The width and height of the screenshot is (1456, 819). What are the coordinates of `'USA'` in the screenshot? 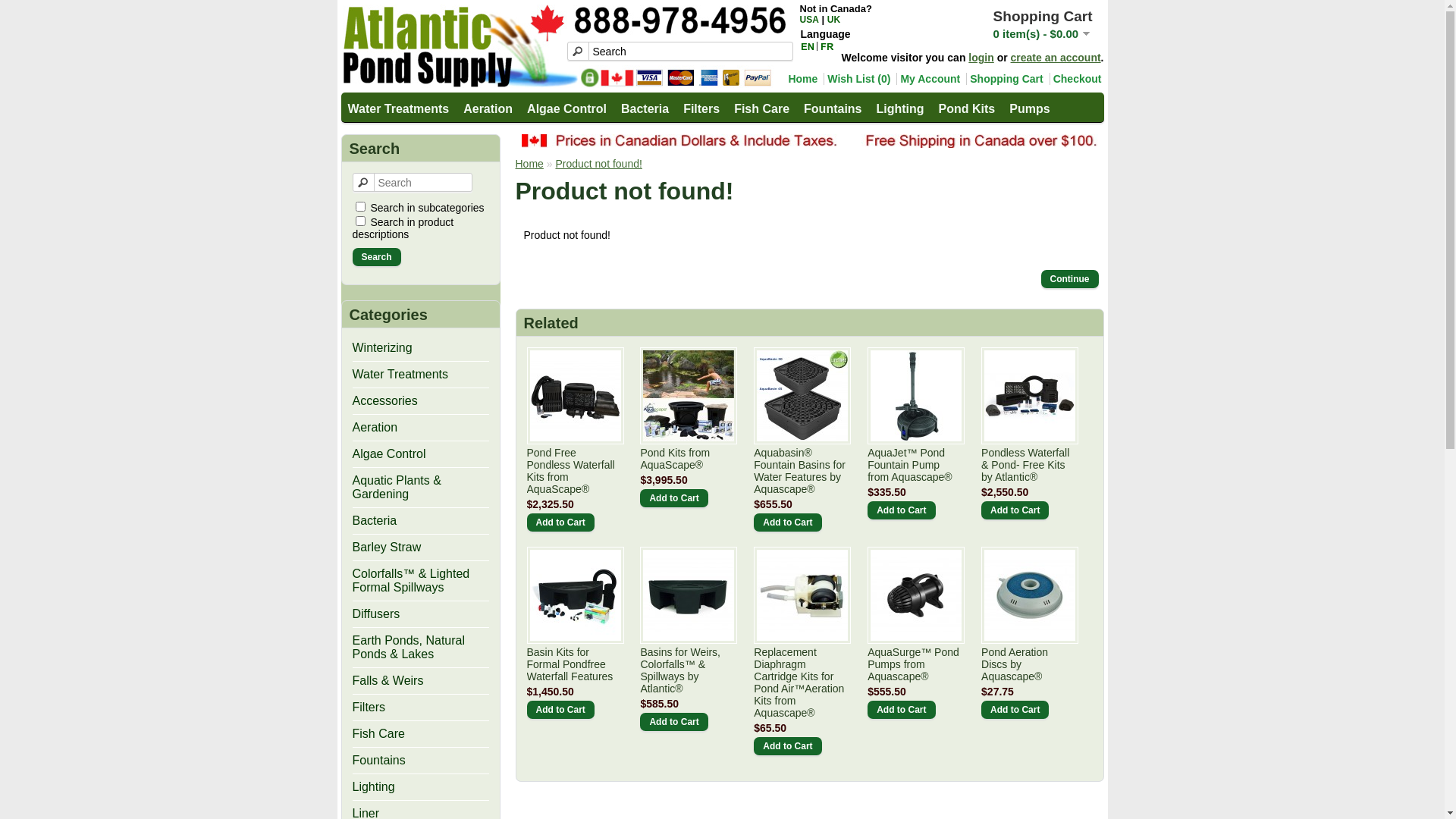 It's located at (808, 20).